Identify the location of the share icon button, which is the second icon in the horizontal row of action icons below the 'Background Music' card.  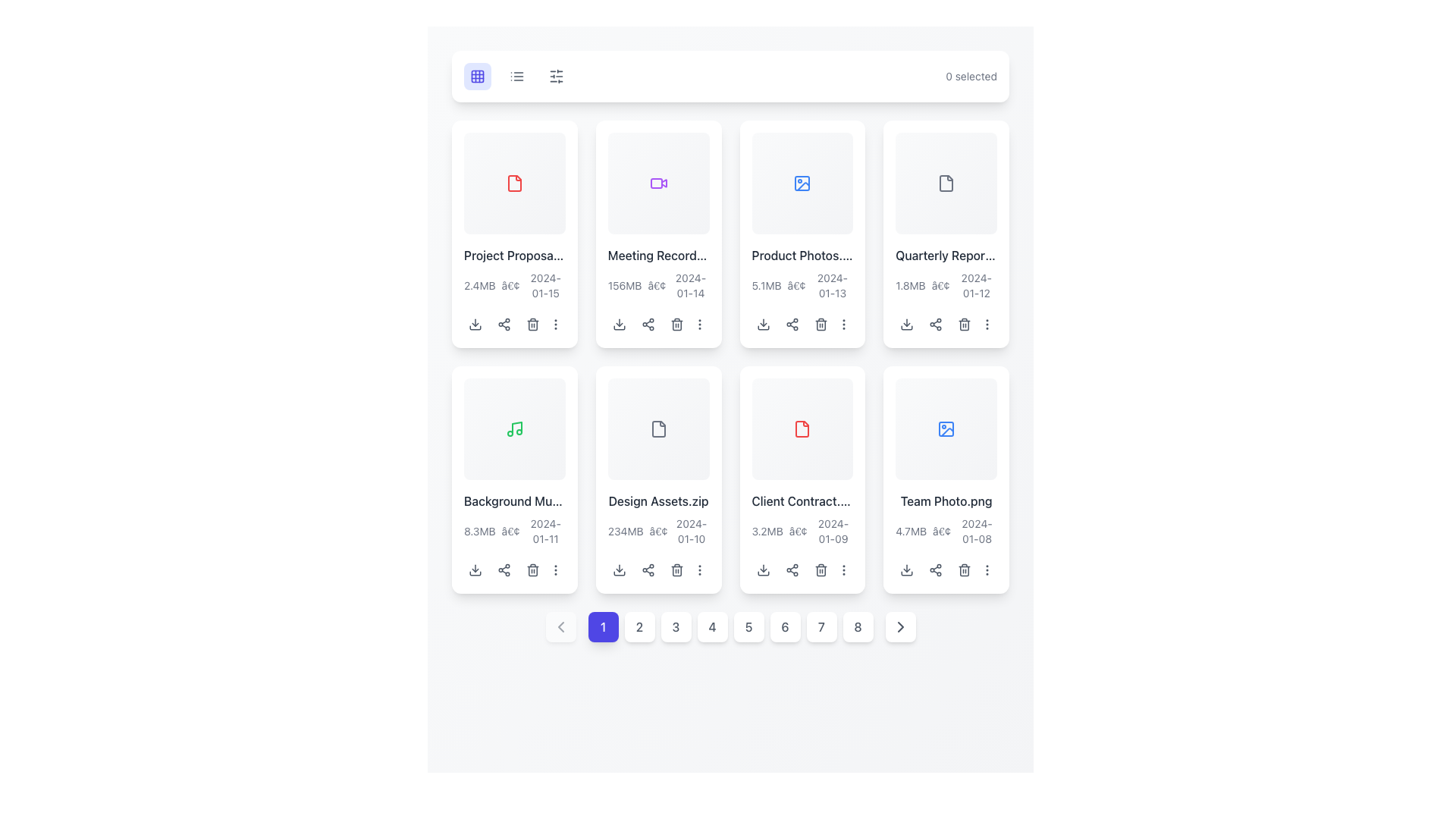
(504, 570).